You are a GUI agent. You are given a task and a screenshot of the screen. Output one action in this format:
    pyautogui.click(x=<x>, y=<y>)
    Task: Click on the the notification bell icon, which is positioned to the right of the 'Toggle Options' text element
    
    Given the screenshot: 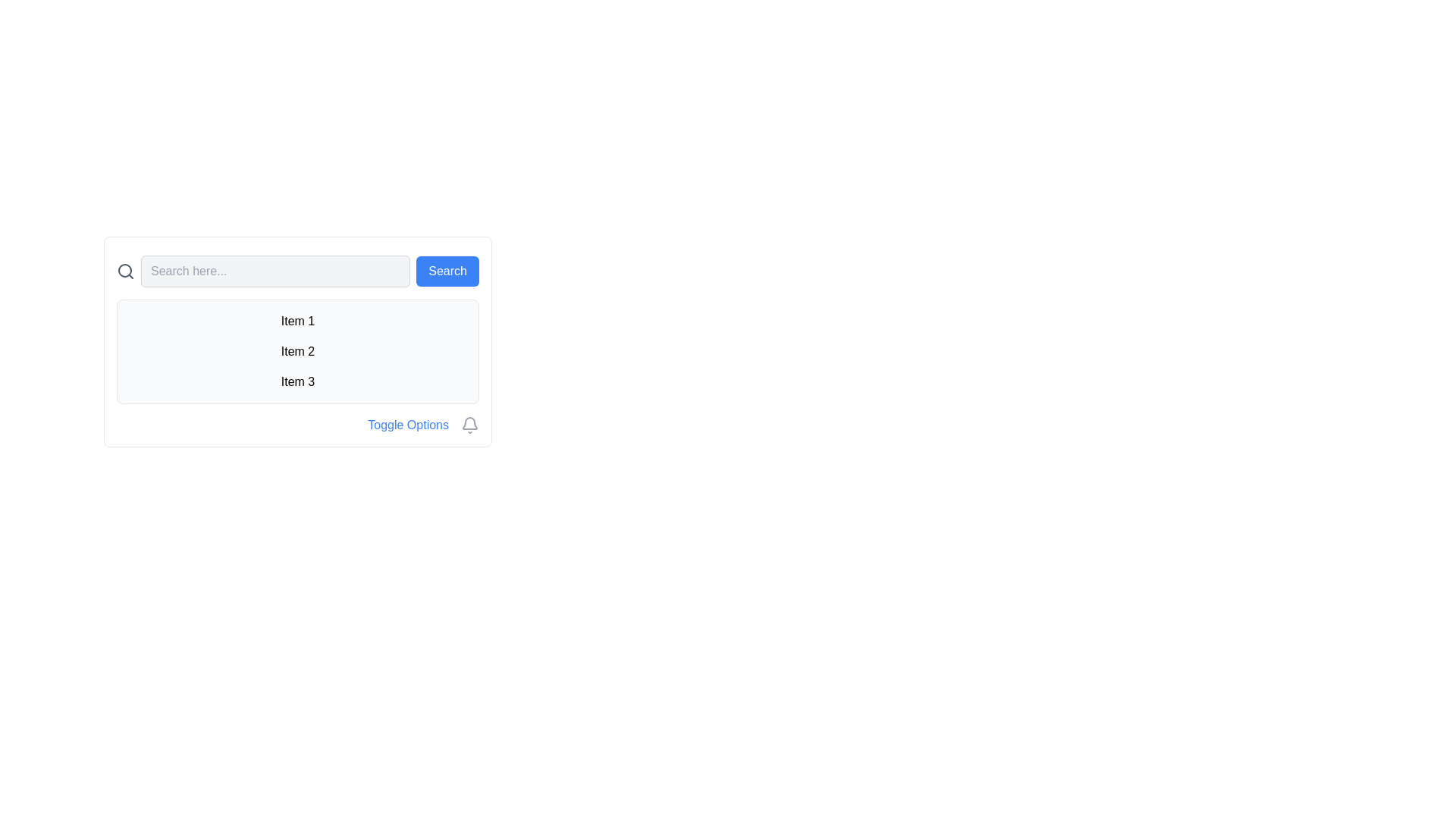 What is the action you would take?
    pyautogui.click(x=469, y=425)
    